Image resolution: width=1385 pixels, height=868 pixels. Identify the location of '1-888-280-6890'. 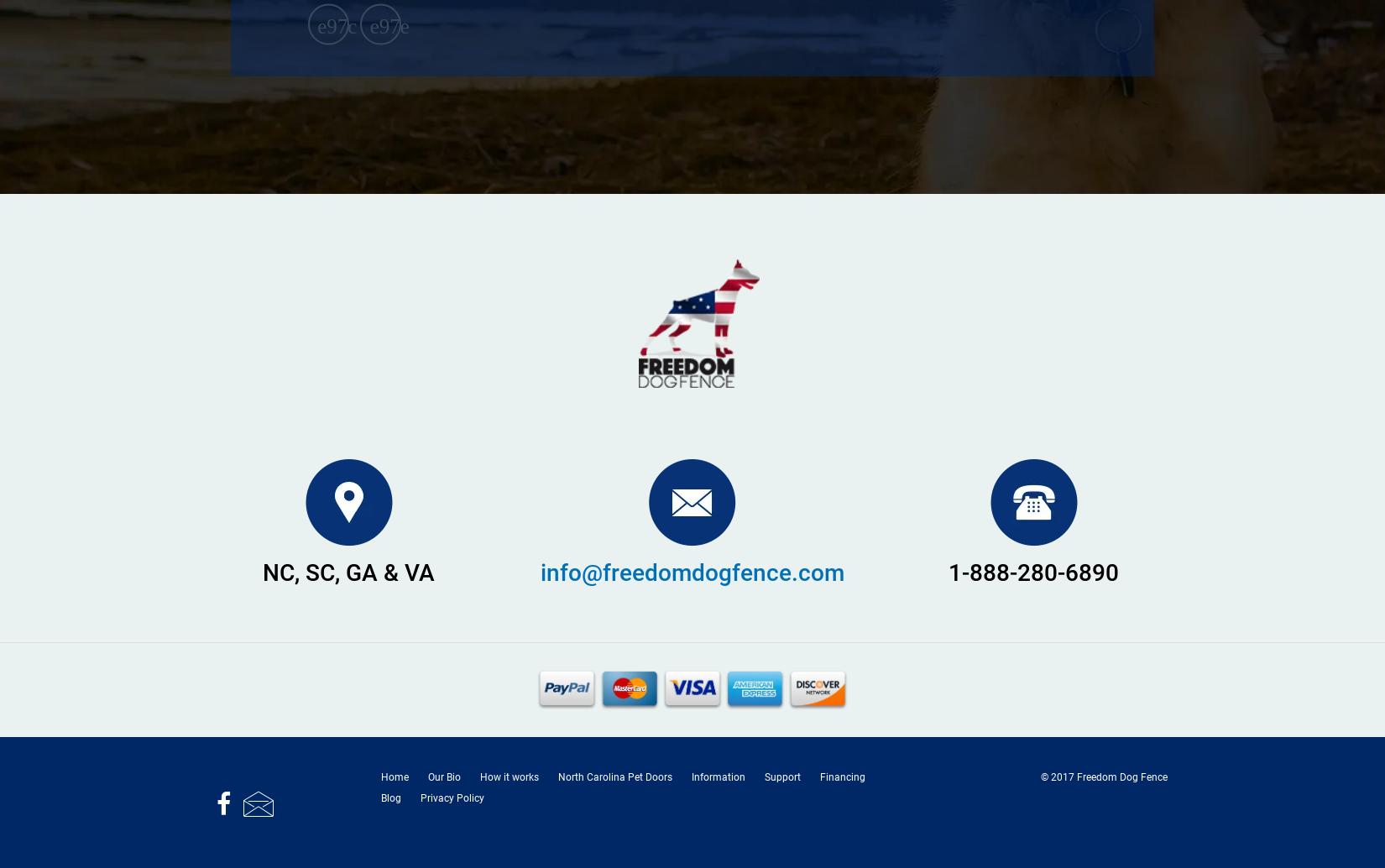
(948, 573).